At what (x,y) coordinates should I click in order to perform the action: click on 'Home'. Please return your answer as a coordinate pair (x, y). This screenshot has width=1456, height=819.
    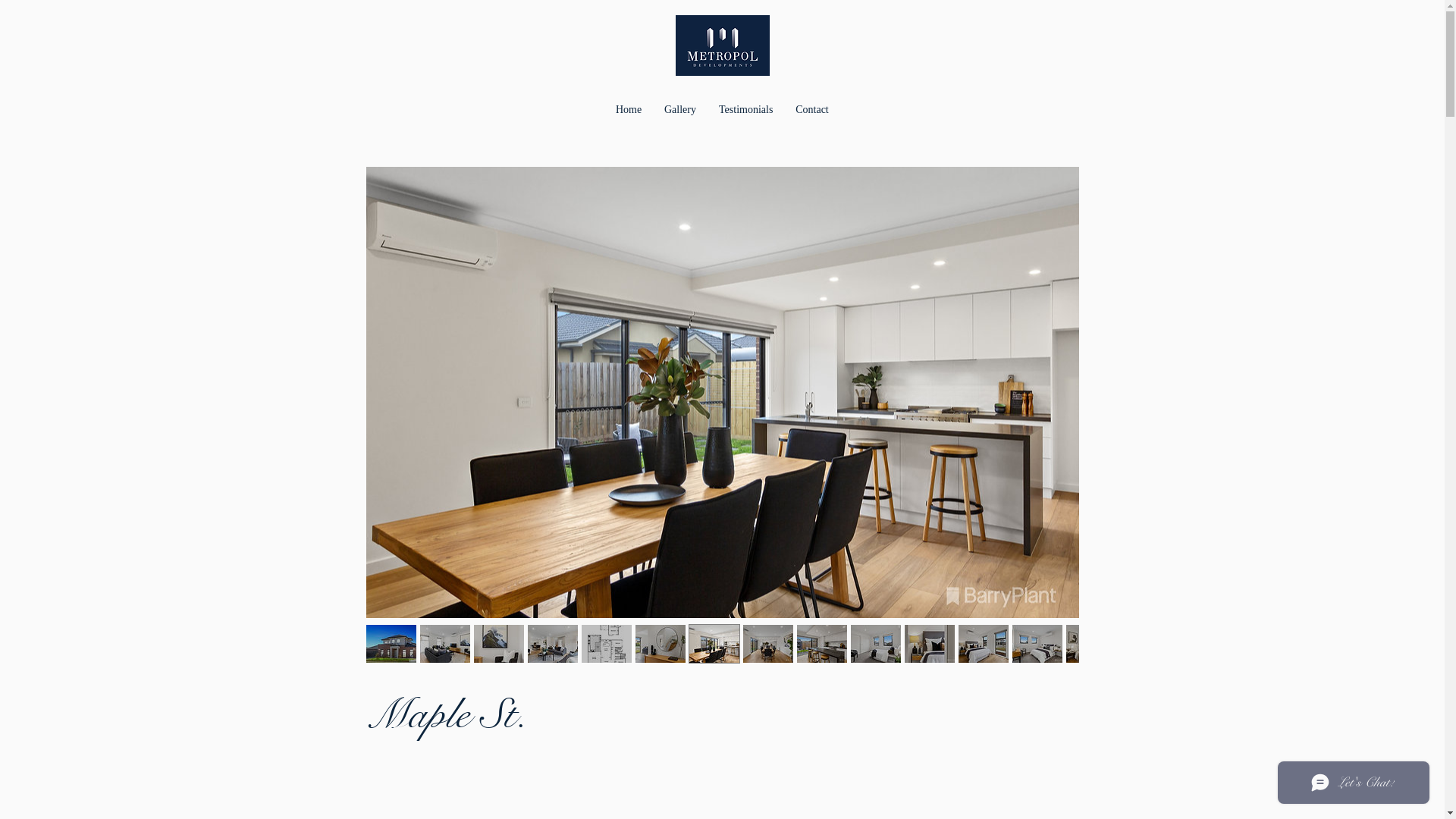
    Looking at the image, I should click on (629, 109).